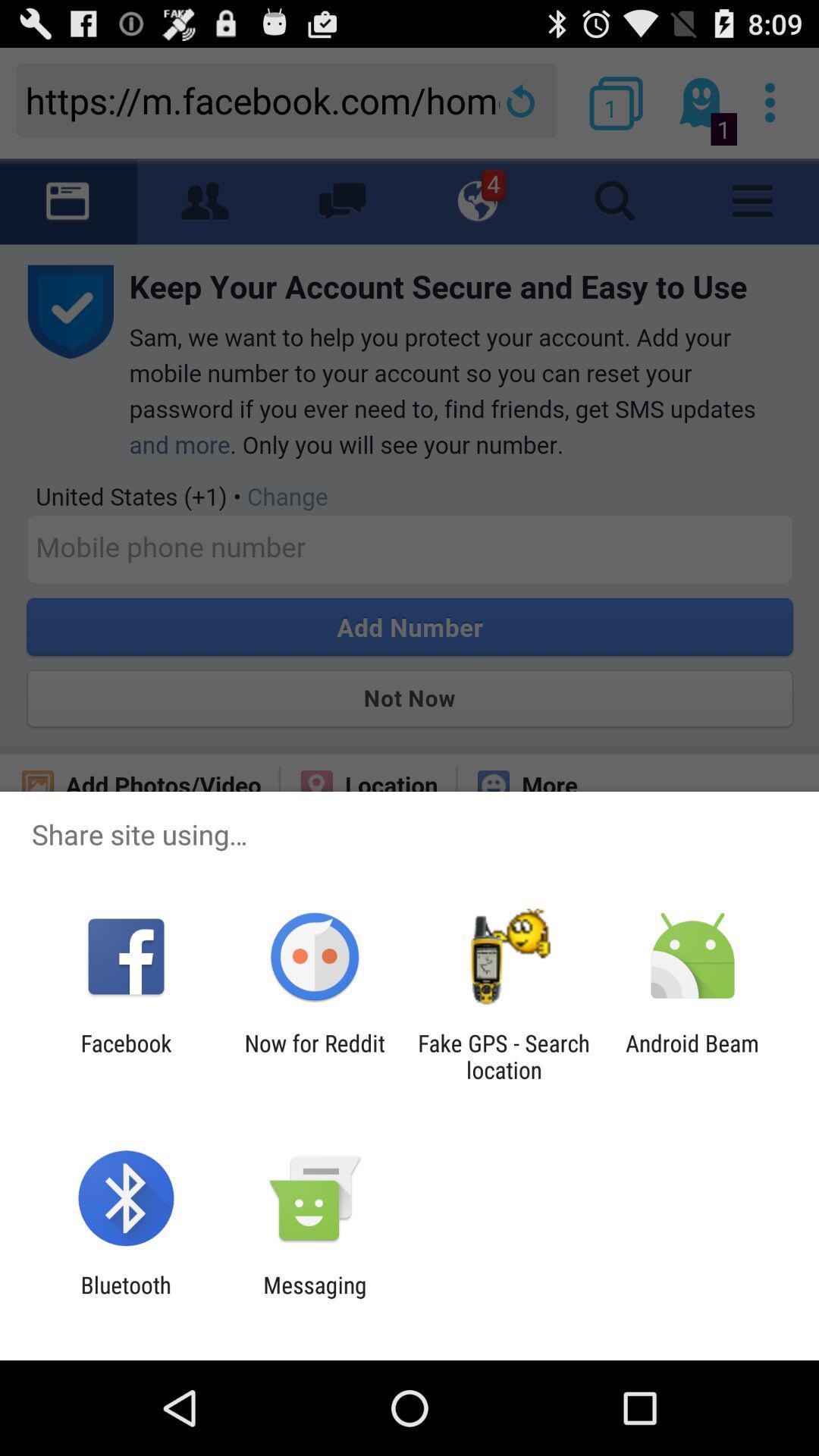 This screenshot has width=819, height=1456. What do you see at coordinates (125, 1056) in the screenshot?
I see `the app next to now for reddit` at bounding box center [125, 1056].